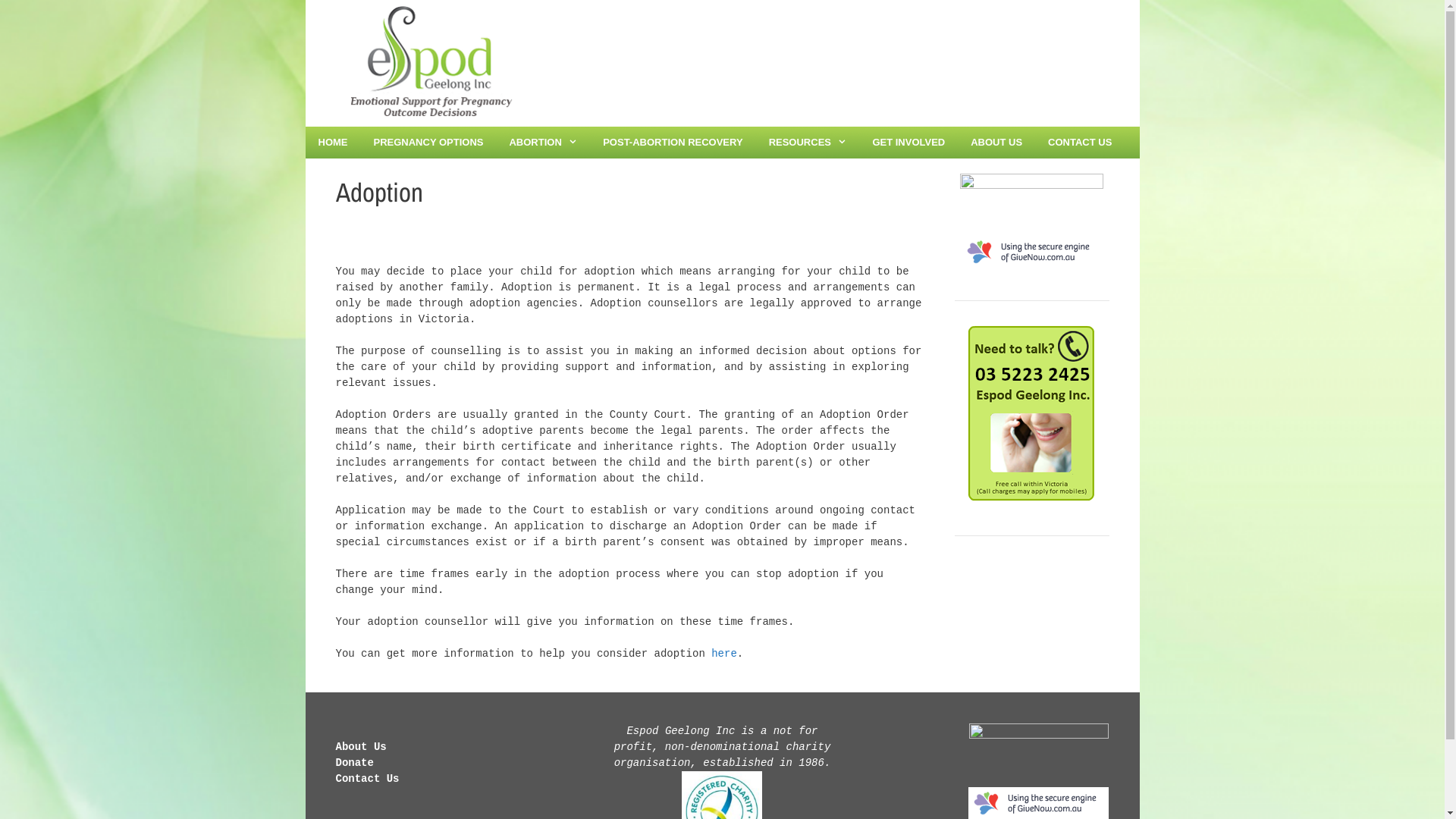 This screenshot has height=819, width=1456. What do you see at coordinates (723, 652) in the screenshot?
I see `'here'` at bounding box center [723, 652].